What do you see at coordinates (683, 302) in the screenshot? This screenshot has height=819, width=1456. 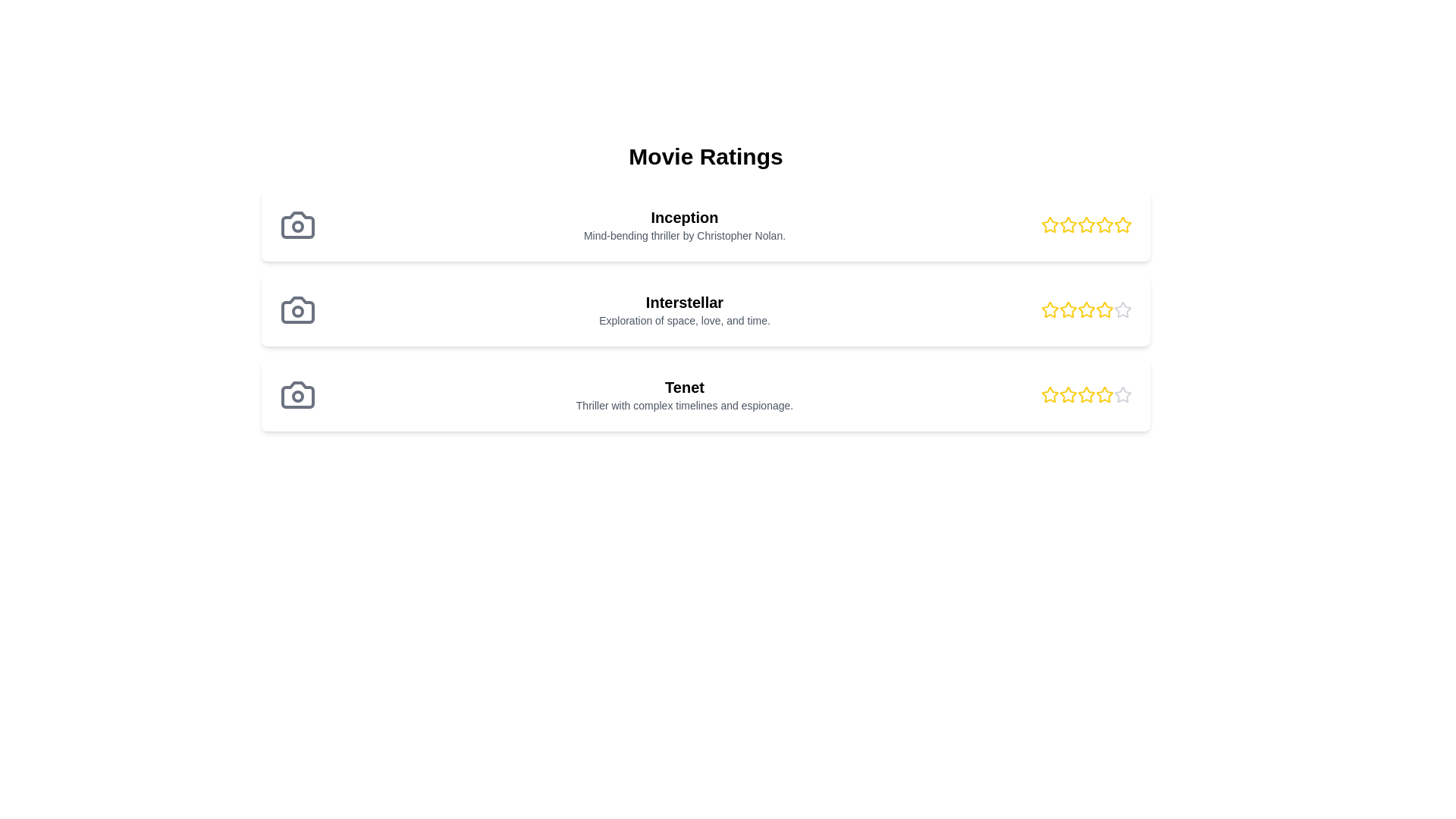 I see `the movie title text label that serves as the title for the film entry, located between 'Inception' and 'Tenet'` at bounding box center [683, 302].